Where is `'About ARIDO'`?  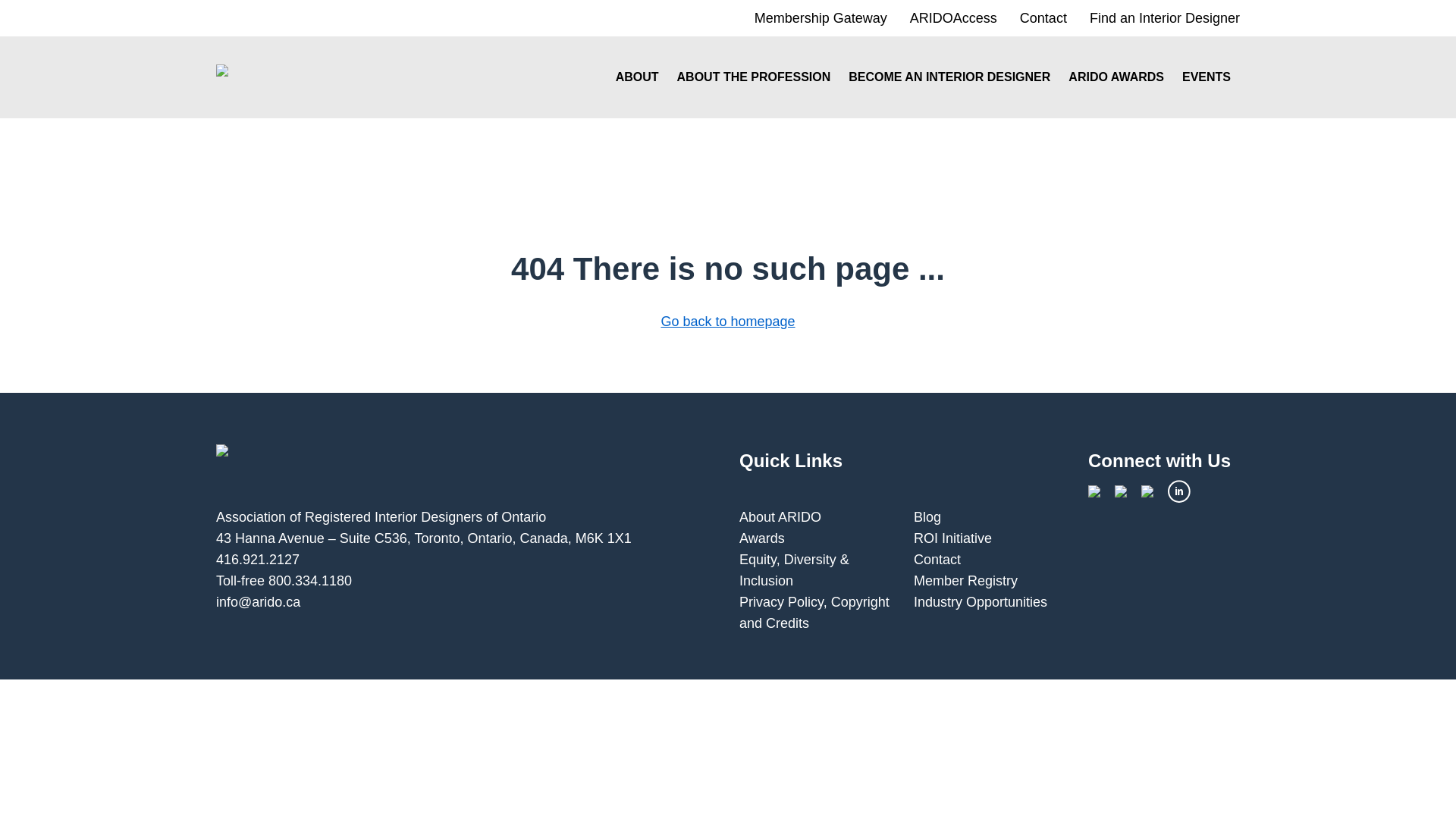
'About ARIDO' is located at coordinates (780, 516).